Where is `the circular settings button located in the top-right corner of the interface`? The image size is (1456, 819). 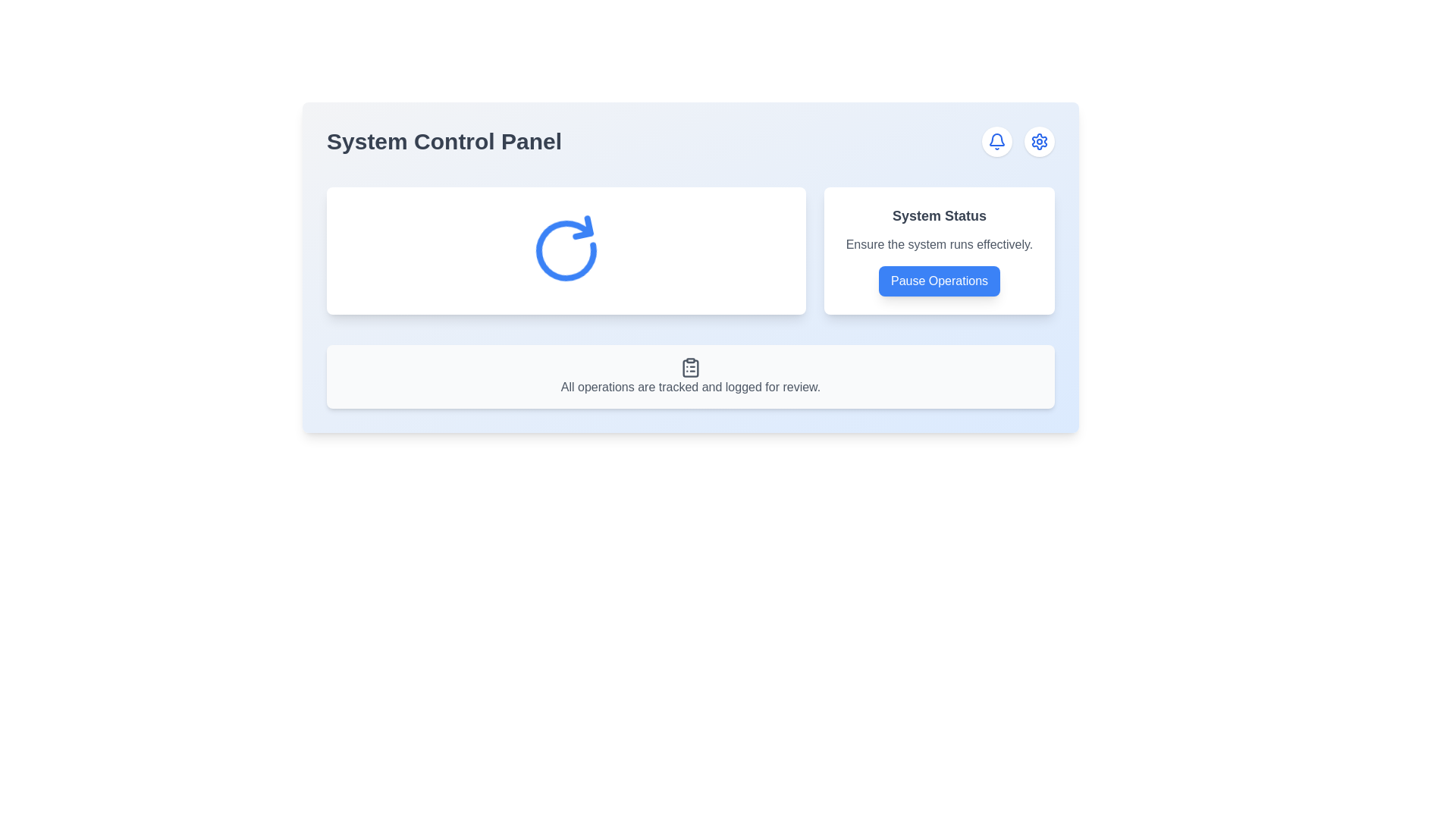
the circular settings button located in the top-right corner of the interface is located at coordinates (1039, 141).